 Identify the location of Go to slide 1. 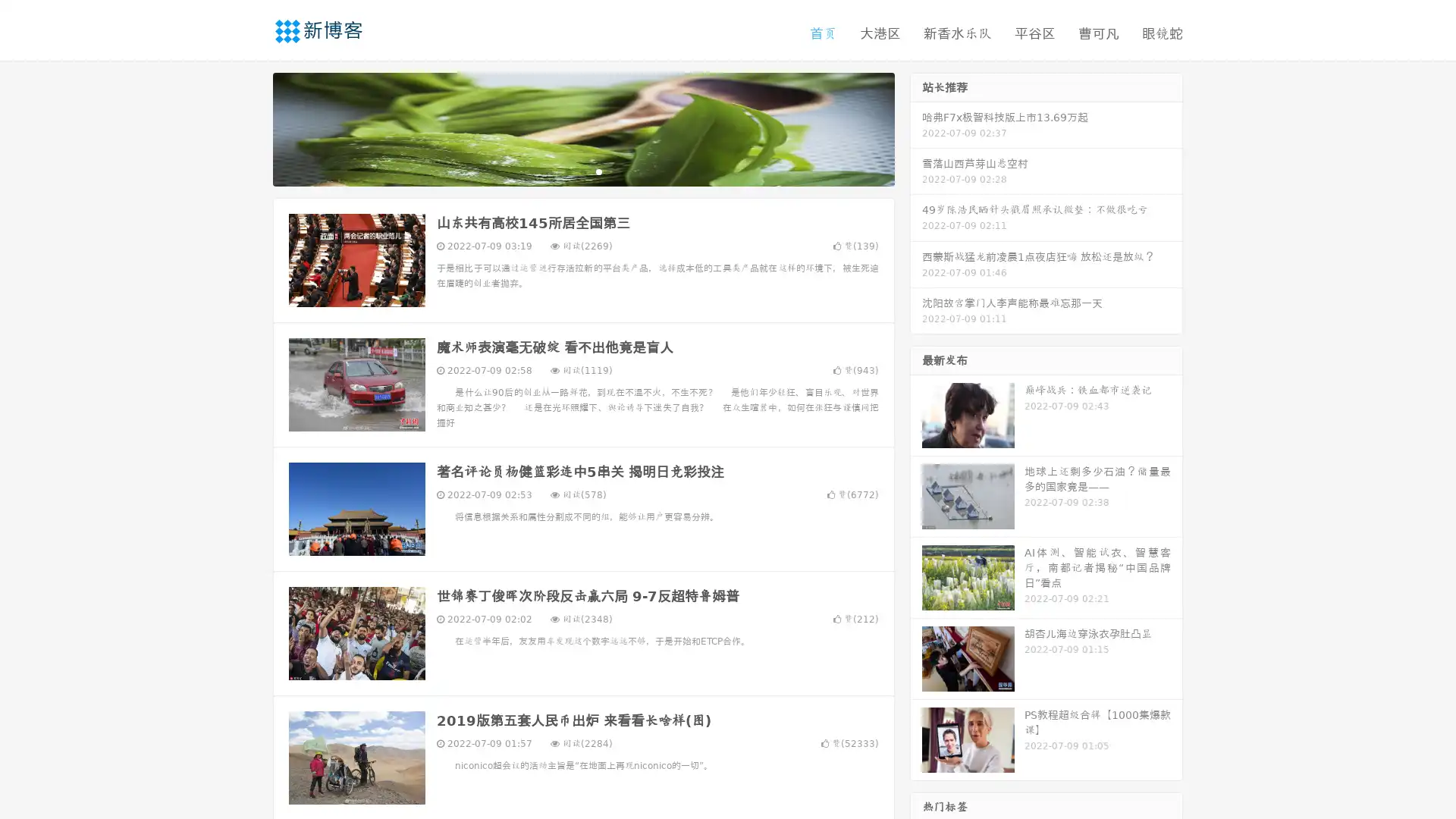
(567, 171).